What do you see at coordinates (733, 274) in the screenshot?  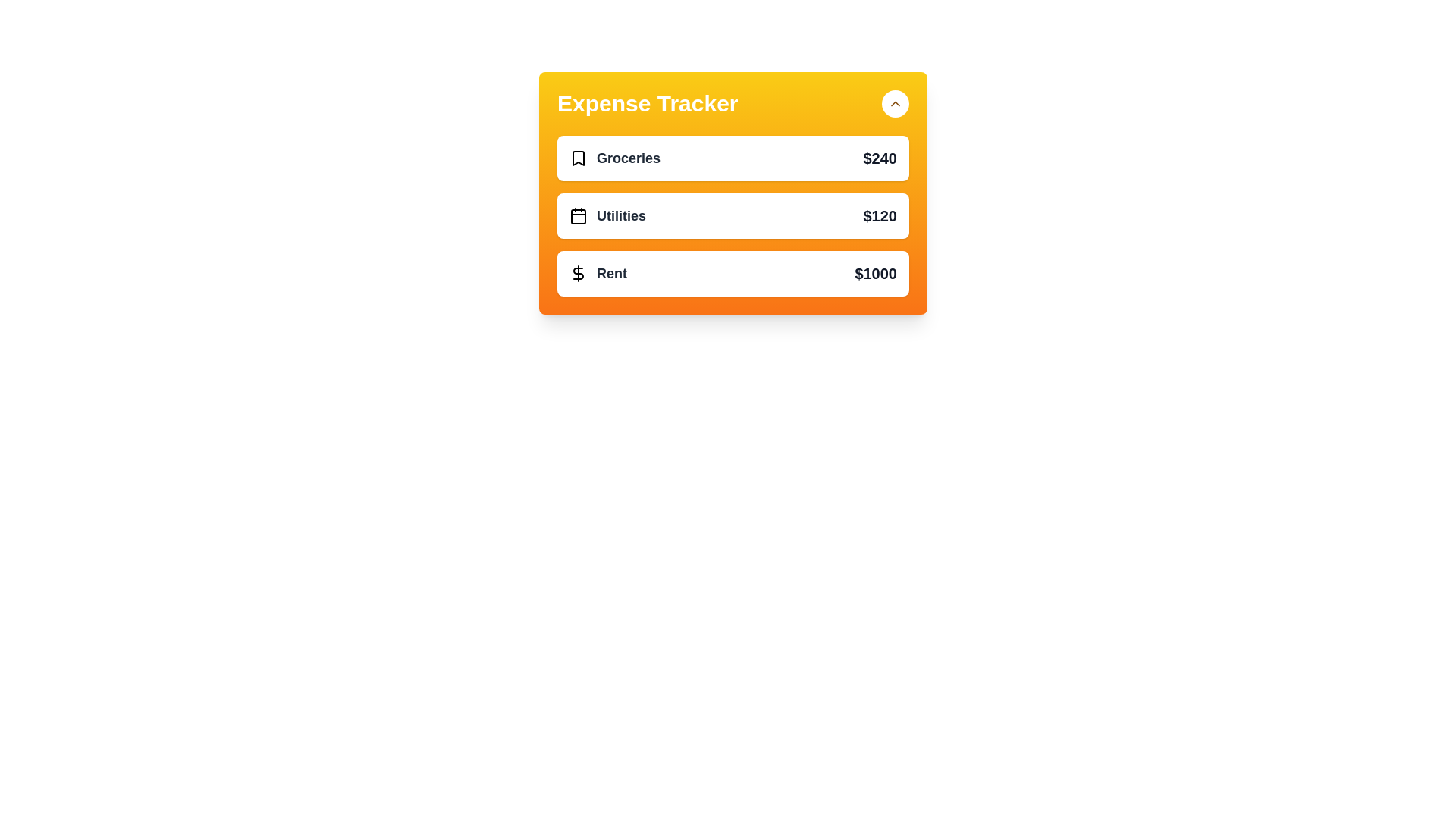 I see `the expense item labeled Rent` at bounding box center [733, 274].